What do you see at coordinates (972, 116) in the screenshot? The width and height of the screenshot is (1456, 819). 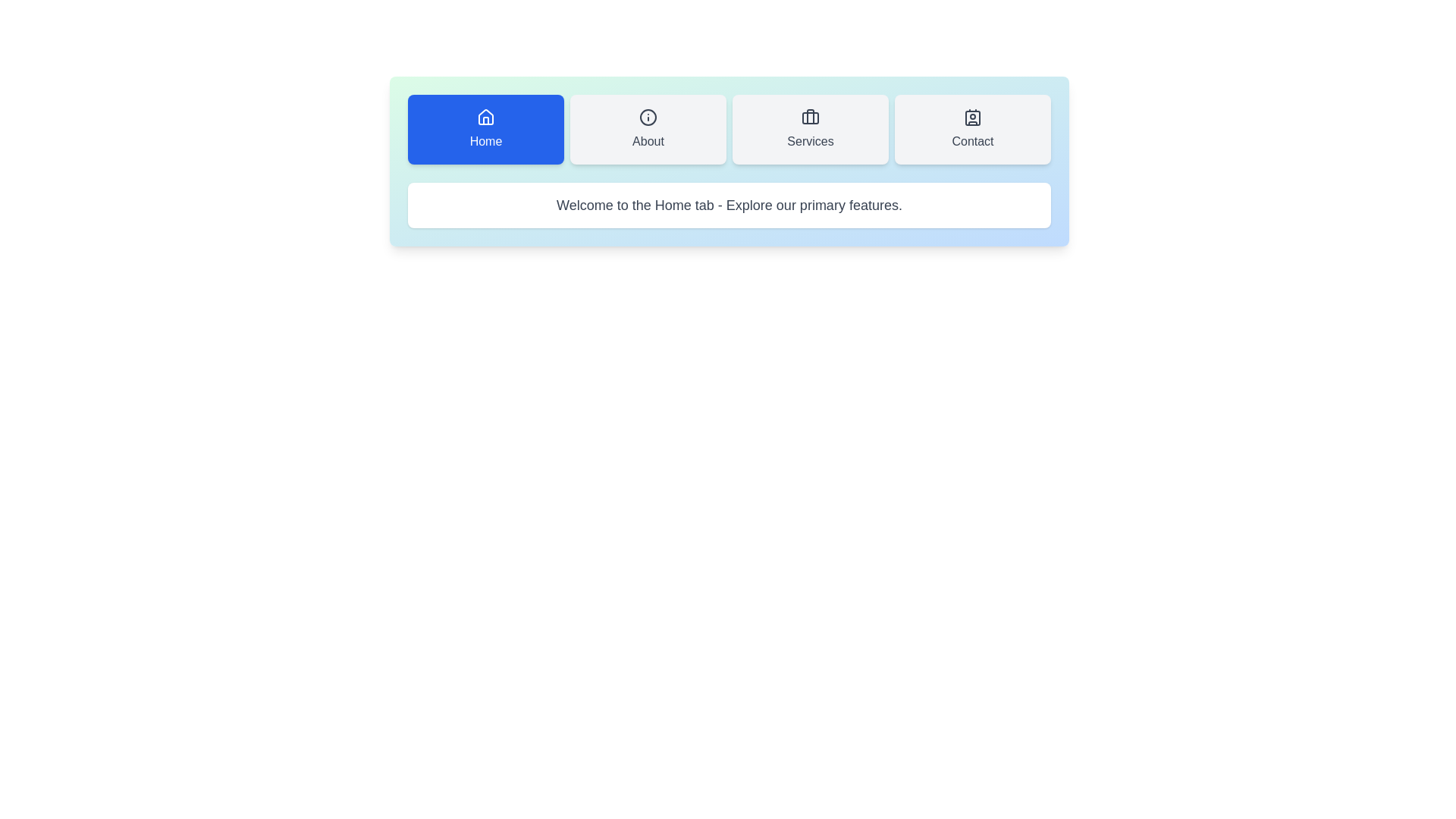 I see `the contact icon in the 'Contact' section of the horizontal menu` at bounding box center [972, 116].